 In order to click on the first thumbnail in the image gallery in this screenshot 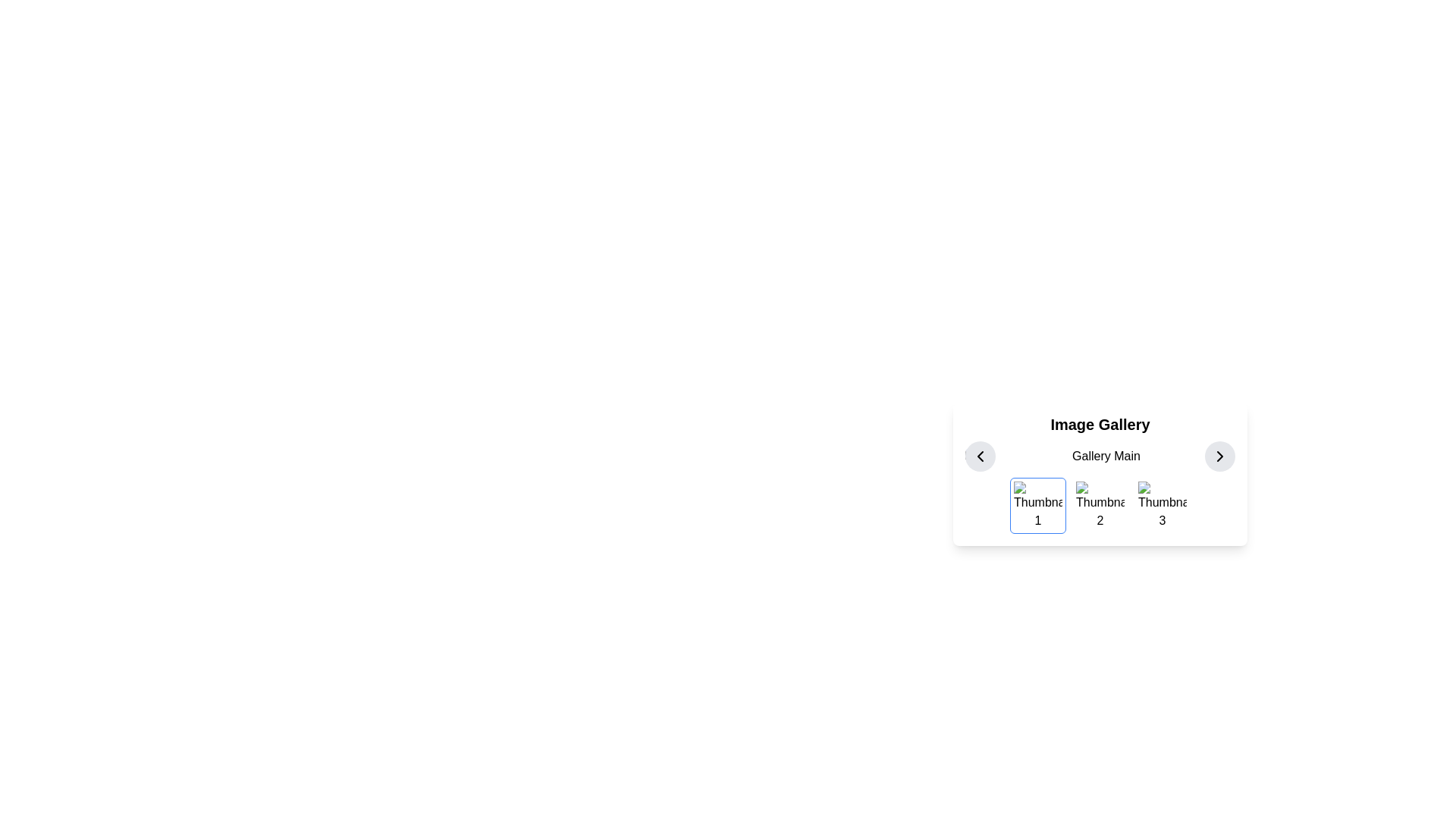, I will do `click(1037, 506)`.